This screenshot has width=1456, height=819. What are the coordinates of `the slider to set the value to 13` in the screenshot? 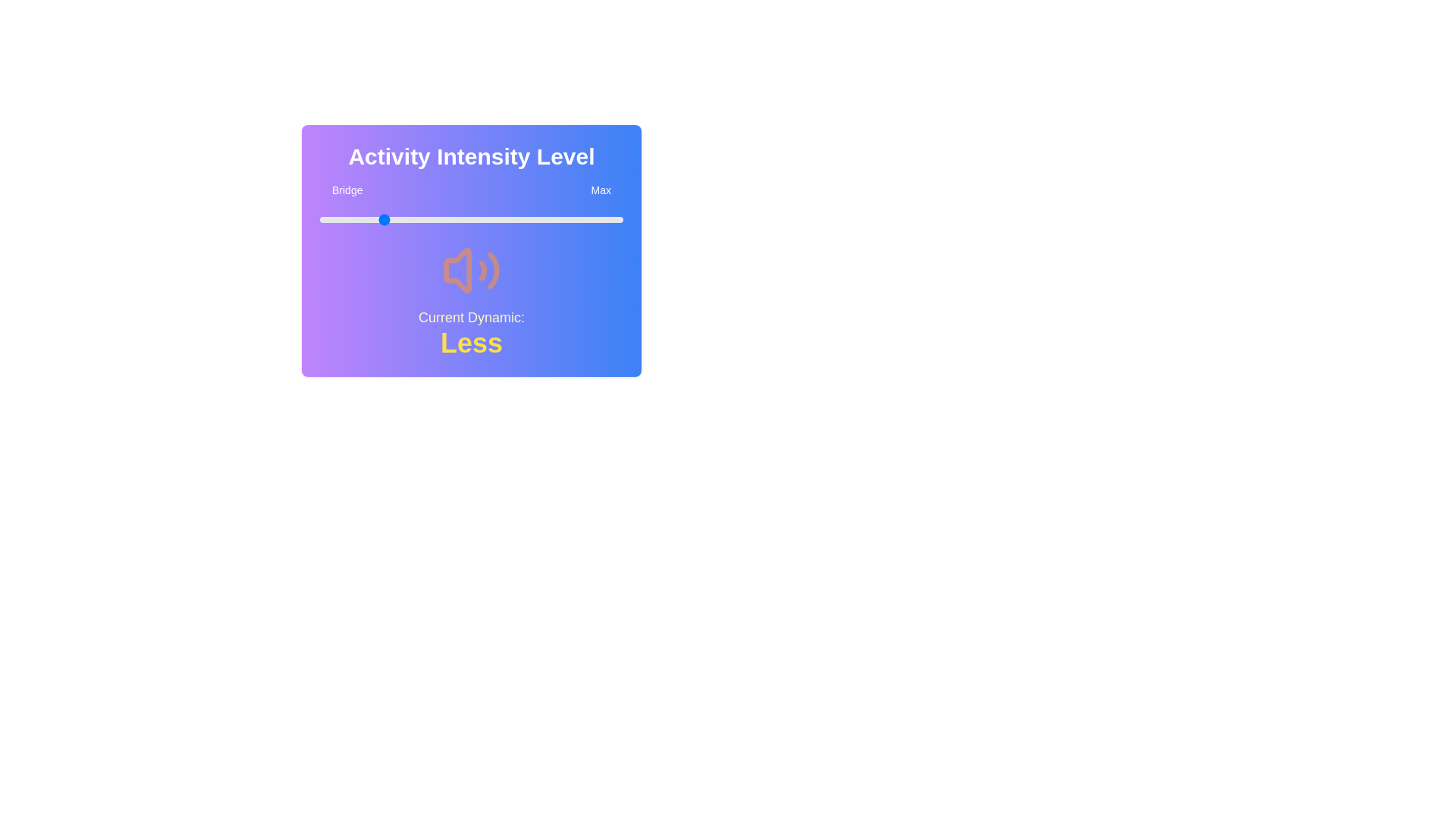 It's located at (359, 219).